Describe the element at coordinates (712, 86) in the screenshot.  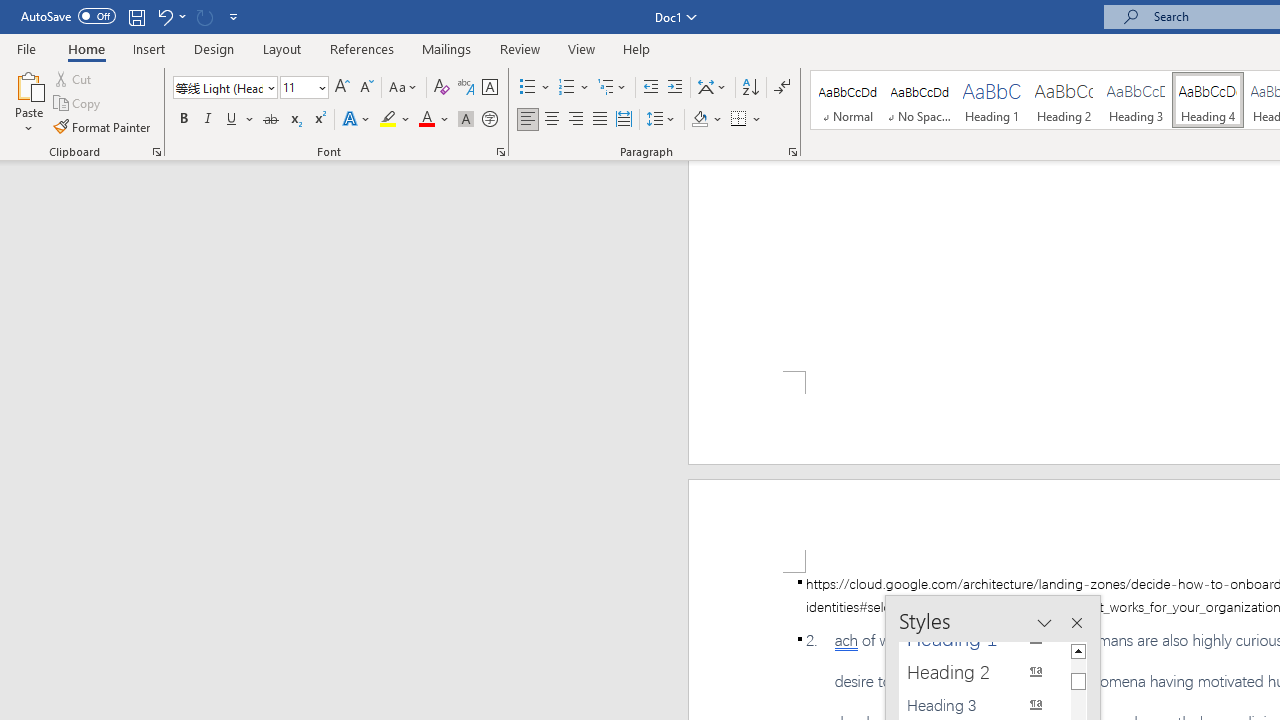
I see `'Asian Layout'` at that location.